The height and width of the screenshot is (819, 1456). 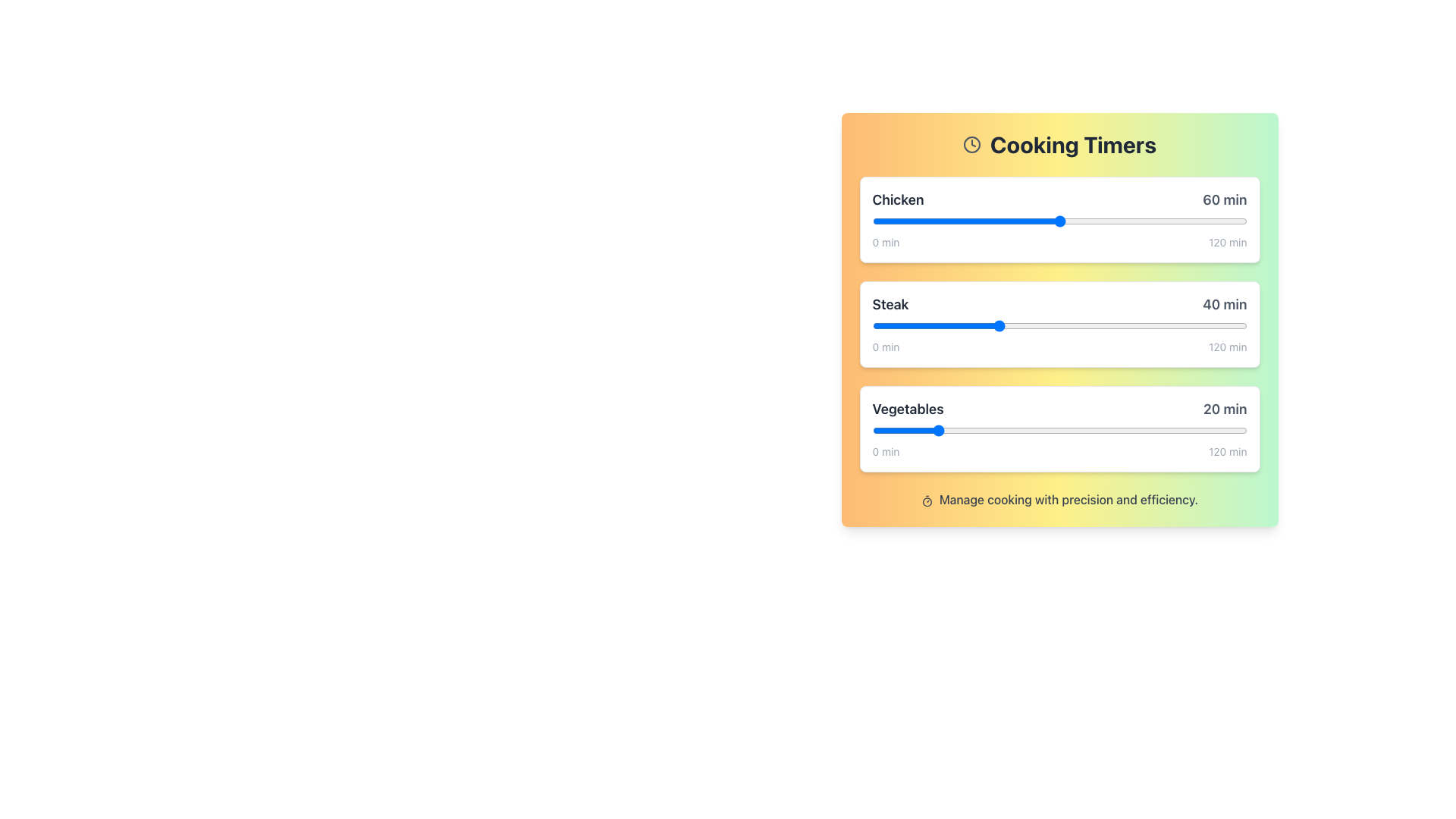 What do you see at coordinates (955, 221) in the screenshot?
I see `the cooking timer value` at bounding box center [955, 221].